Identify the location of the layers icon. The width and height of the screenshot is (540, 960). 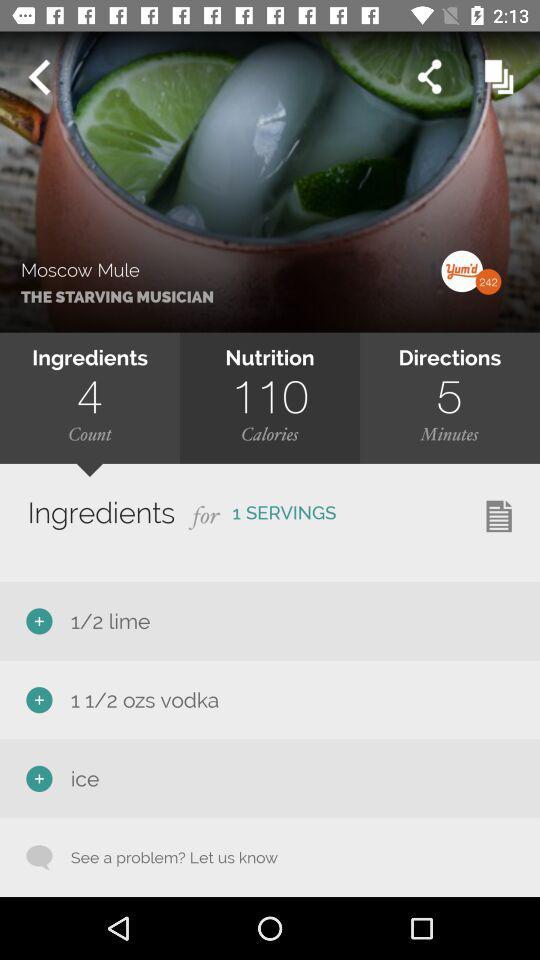
(498, 77).